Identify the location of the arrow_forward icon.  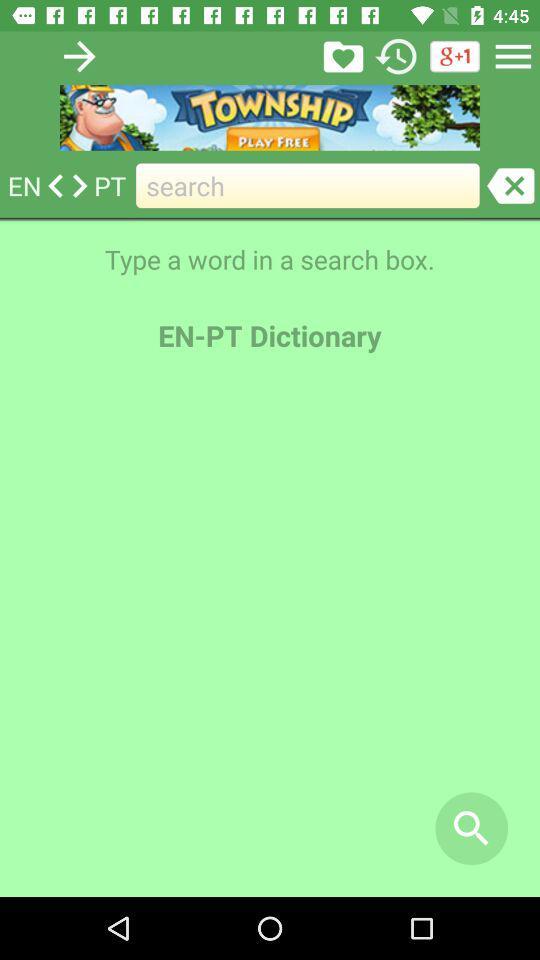
(78, 55).